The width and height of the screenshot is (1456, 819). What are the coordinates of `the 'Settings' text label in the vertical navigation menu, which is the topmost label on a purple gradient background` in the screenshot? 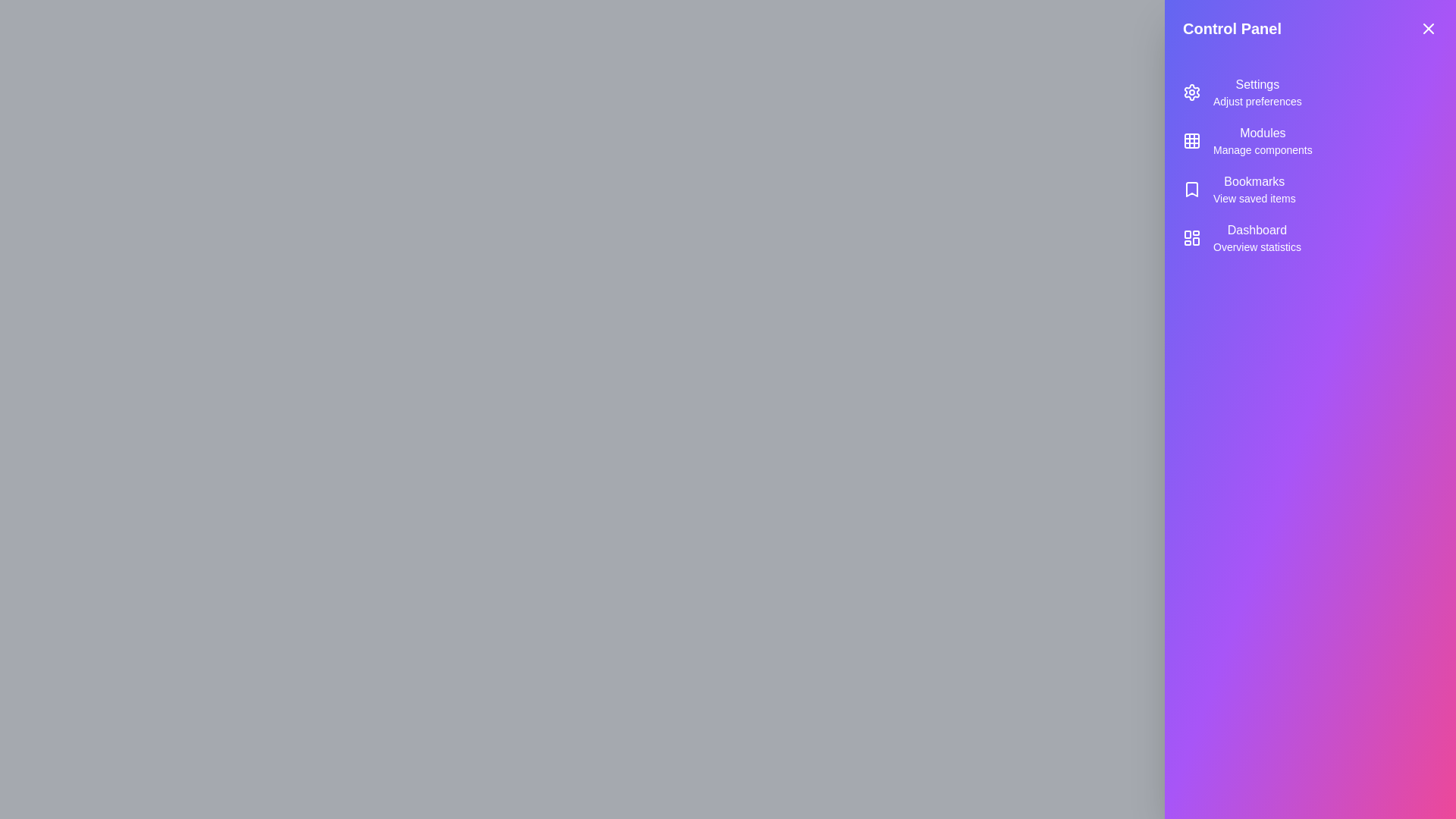 It's located at (1257, 84).